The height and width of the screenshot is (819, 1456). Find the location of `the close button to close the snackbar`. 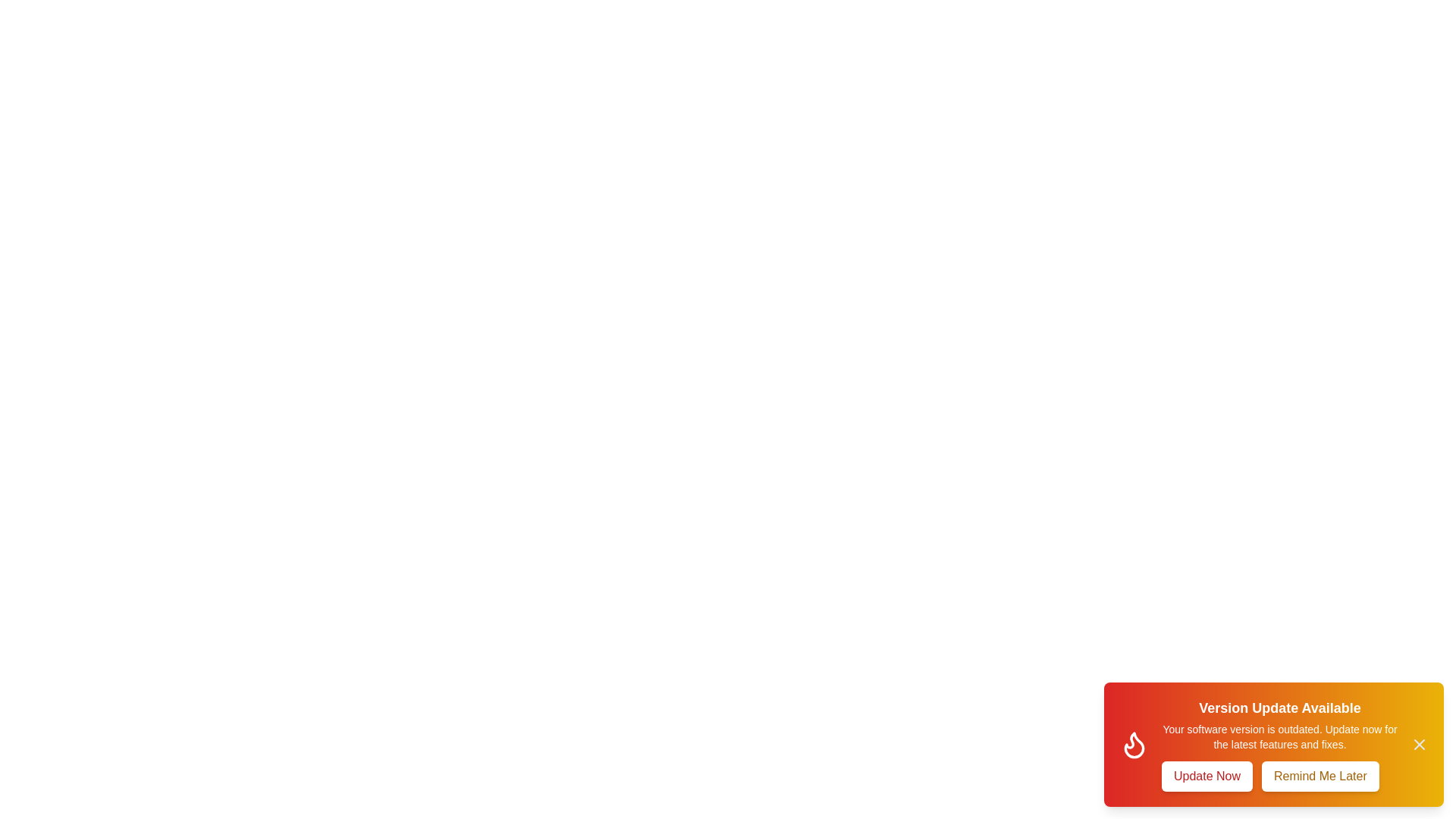

the close button to close the snackbar is located at coordinates (1419, 744).